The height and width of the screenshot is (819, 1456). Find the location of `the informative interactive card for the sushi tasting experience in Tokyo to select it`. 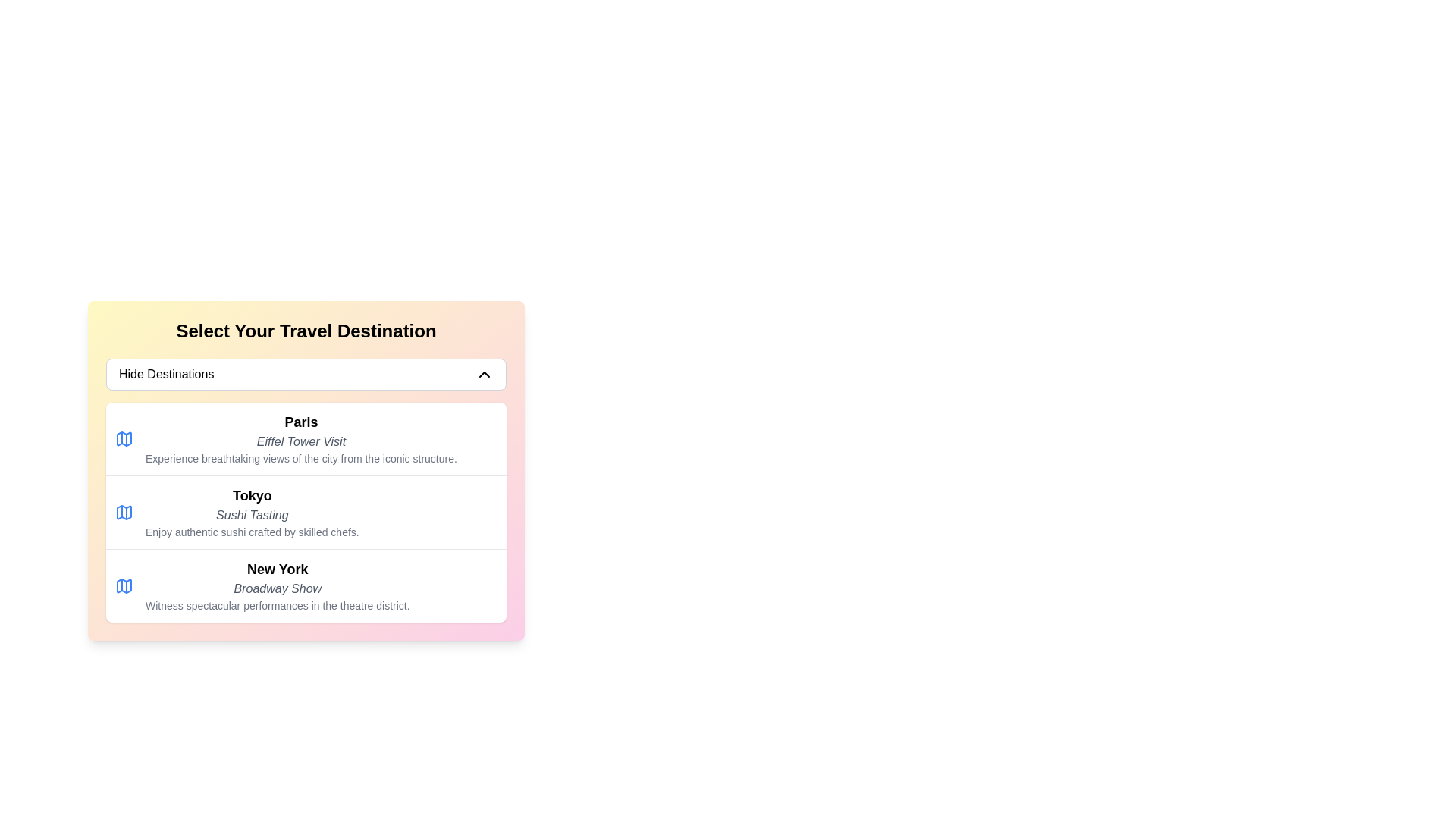

the informative interactive card for the sushi tasting experience in Tokyo to select it is located at coordinates (305, 512).